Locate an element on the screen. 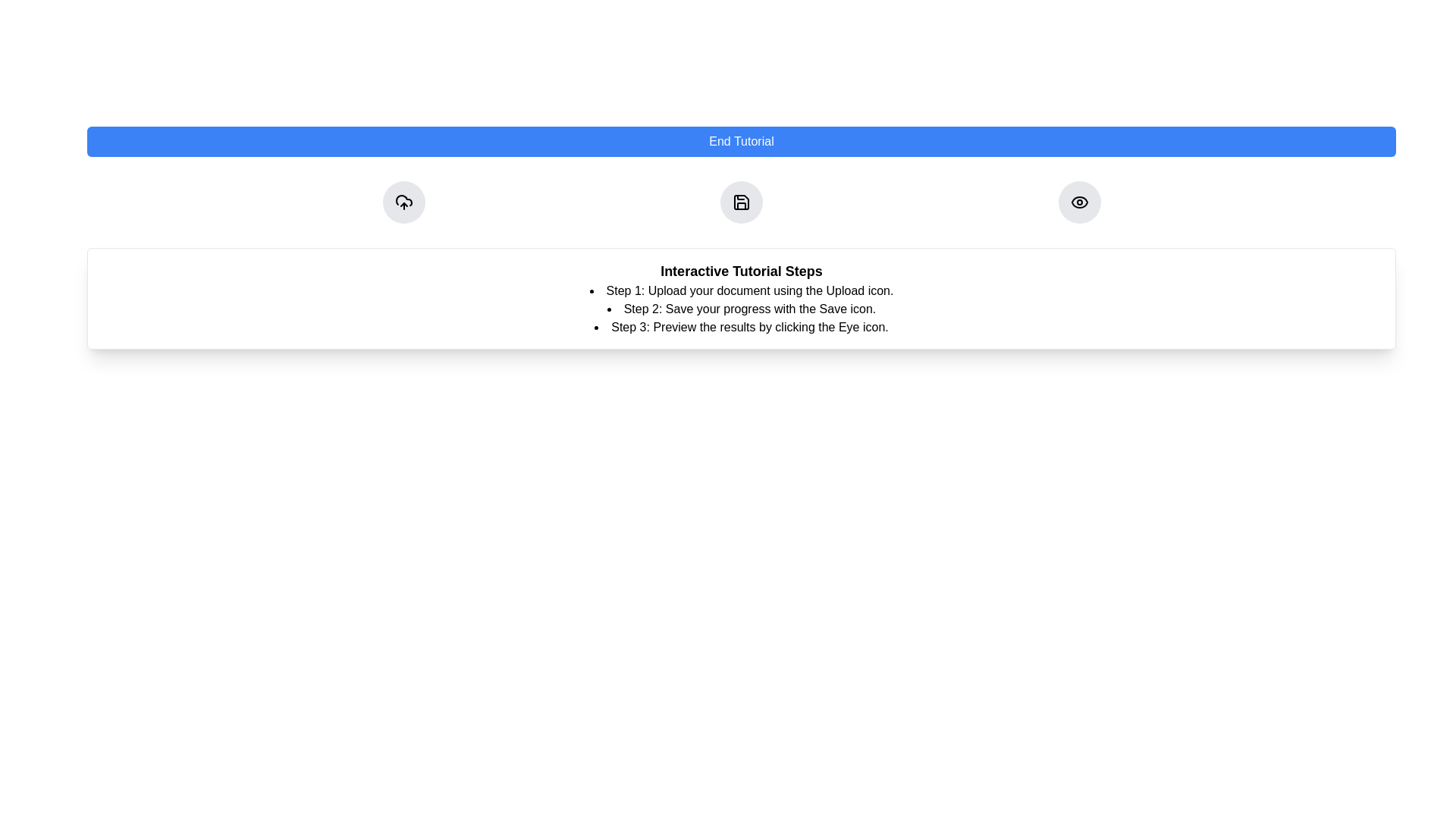  instruction text 'Step 2: Save your progress with the Save icon.' located in the bulleted list under the header 'Interactive Tutorial Steps.' is located at coordinates (742, 309).